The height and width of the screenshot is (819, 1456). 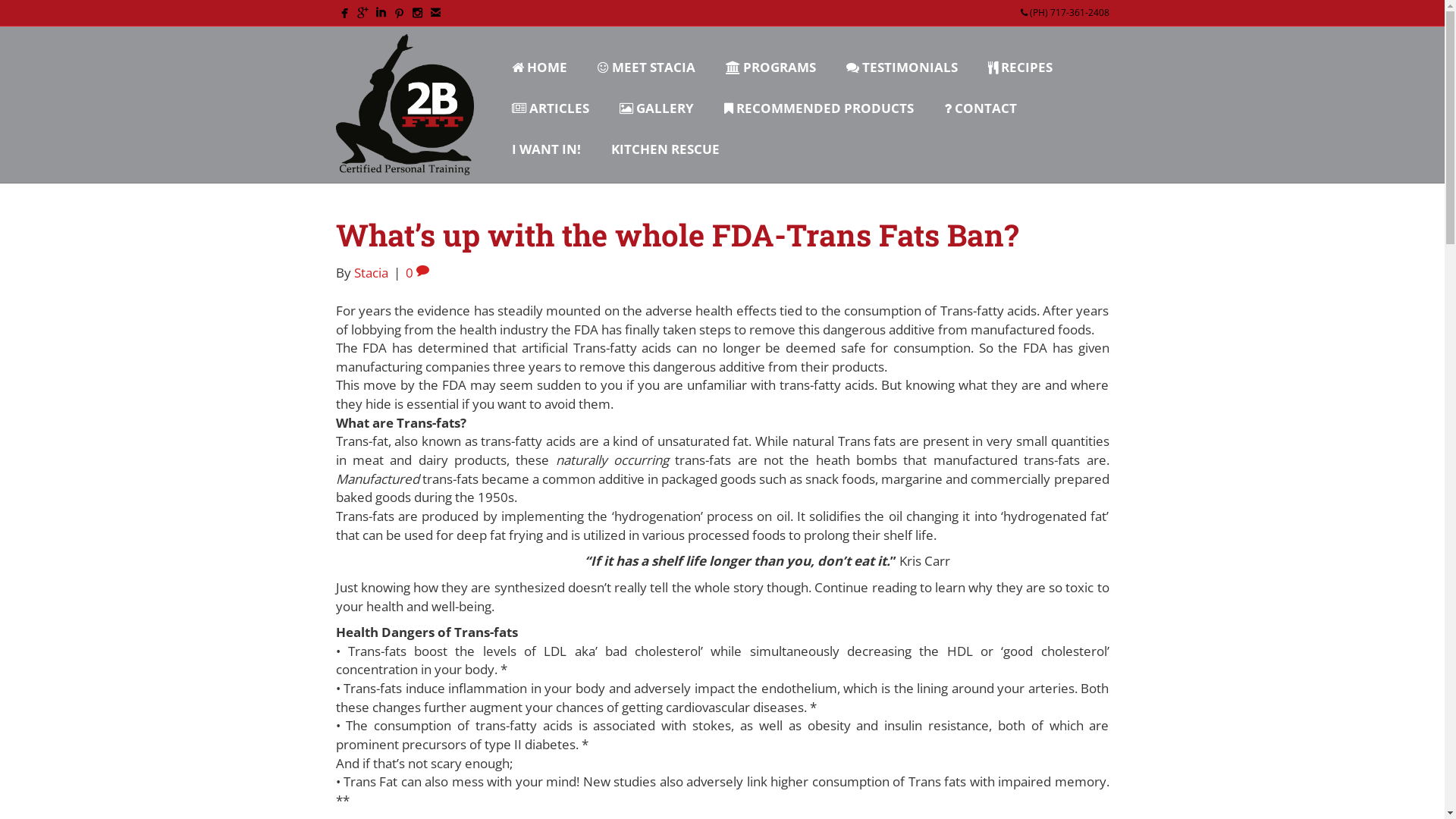 I want to click on 'MEET STACIA', so click(x=646, y=63).